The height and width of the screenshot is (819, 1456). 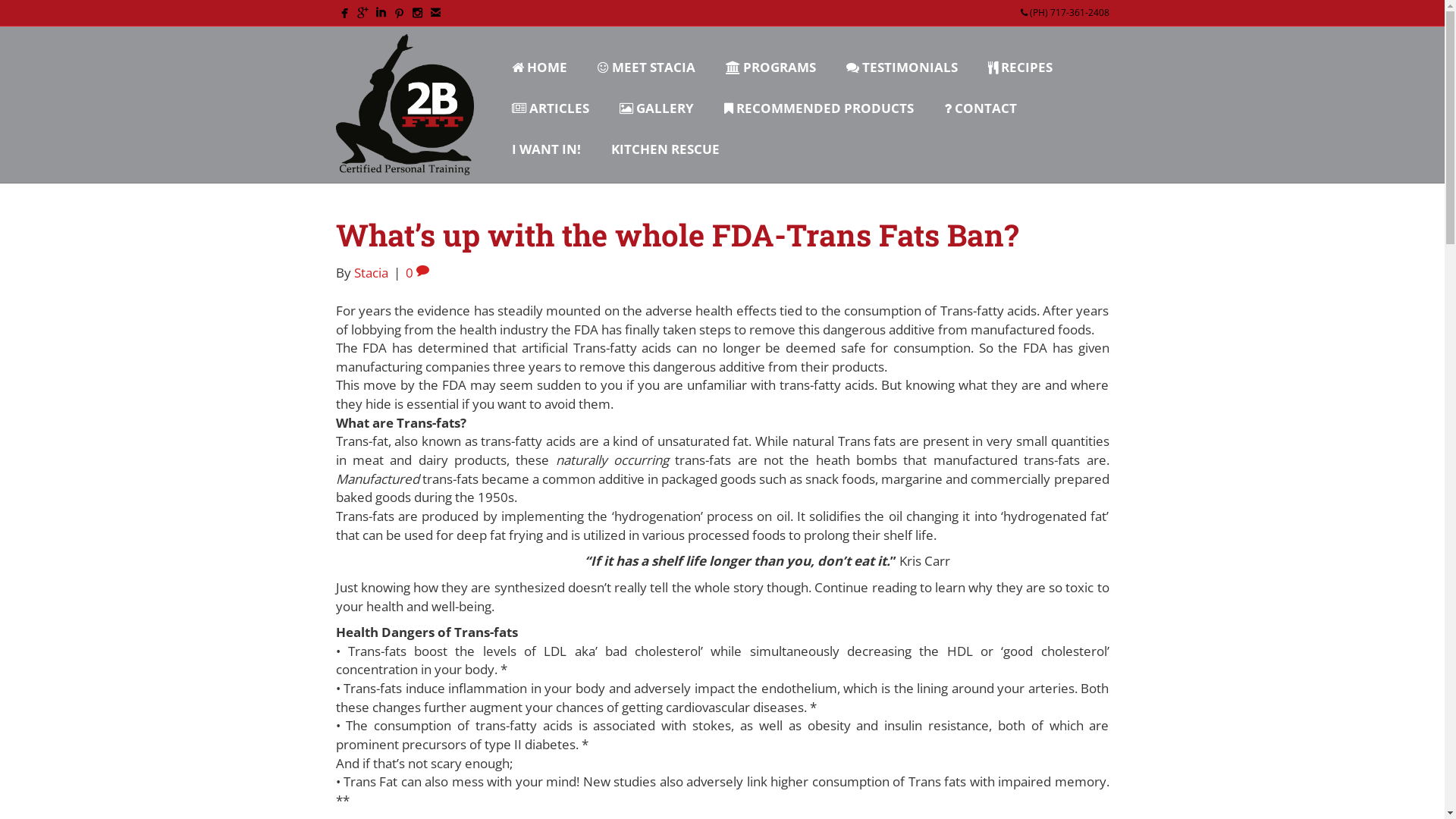 I want to click on 'MEET STACIA', so click(x=646, y=63).